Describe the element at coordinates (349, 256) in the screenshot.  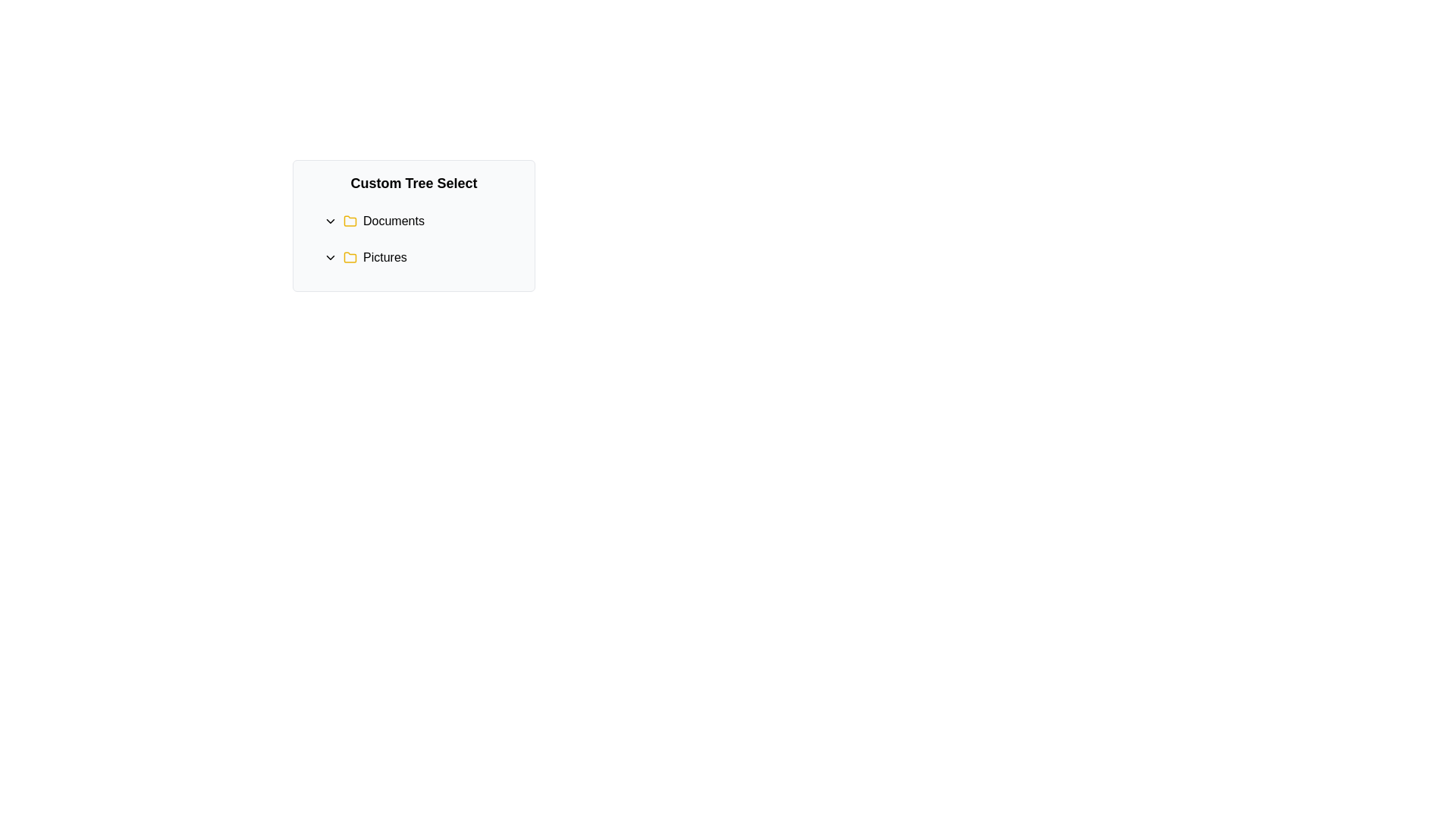
I see `the yellow folder icon located under the 'Pictures' node in the tree structure` at that location.